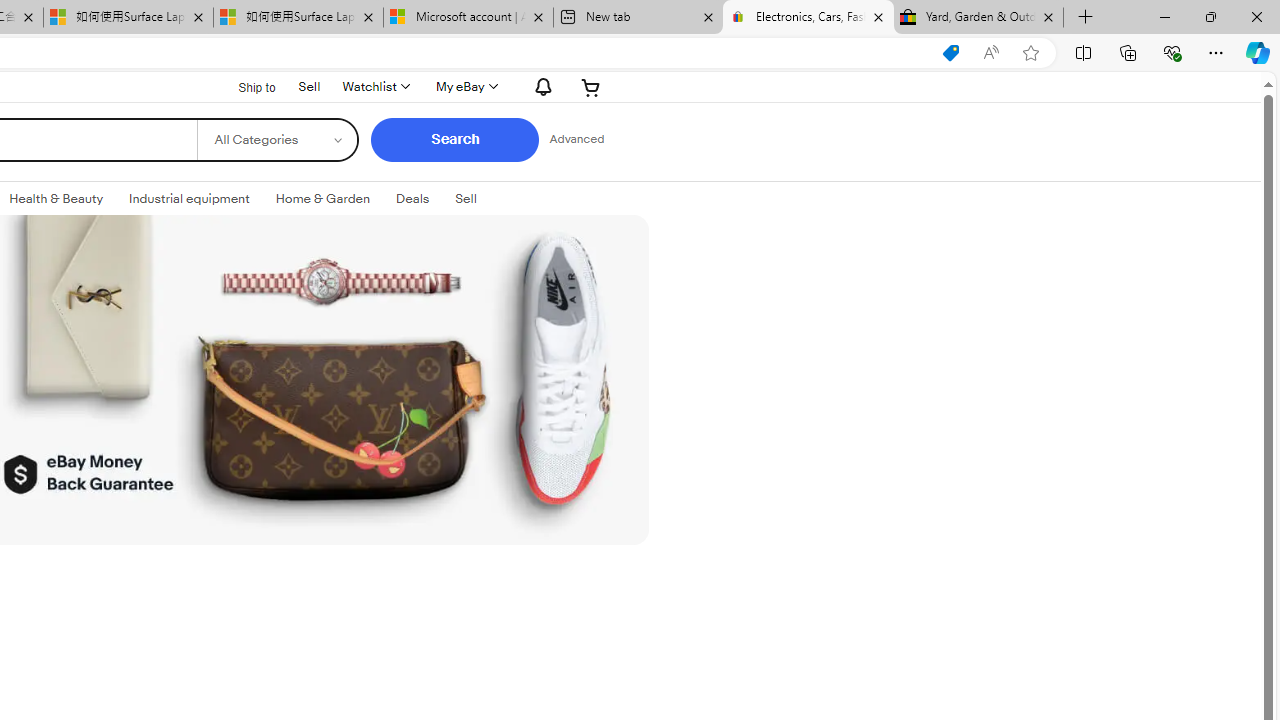 The width and height of the screenshot is (1280, 720). Describe the element at coordinates (575, 139) in the screenshot. I see `'Advanced Search'` at that location.